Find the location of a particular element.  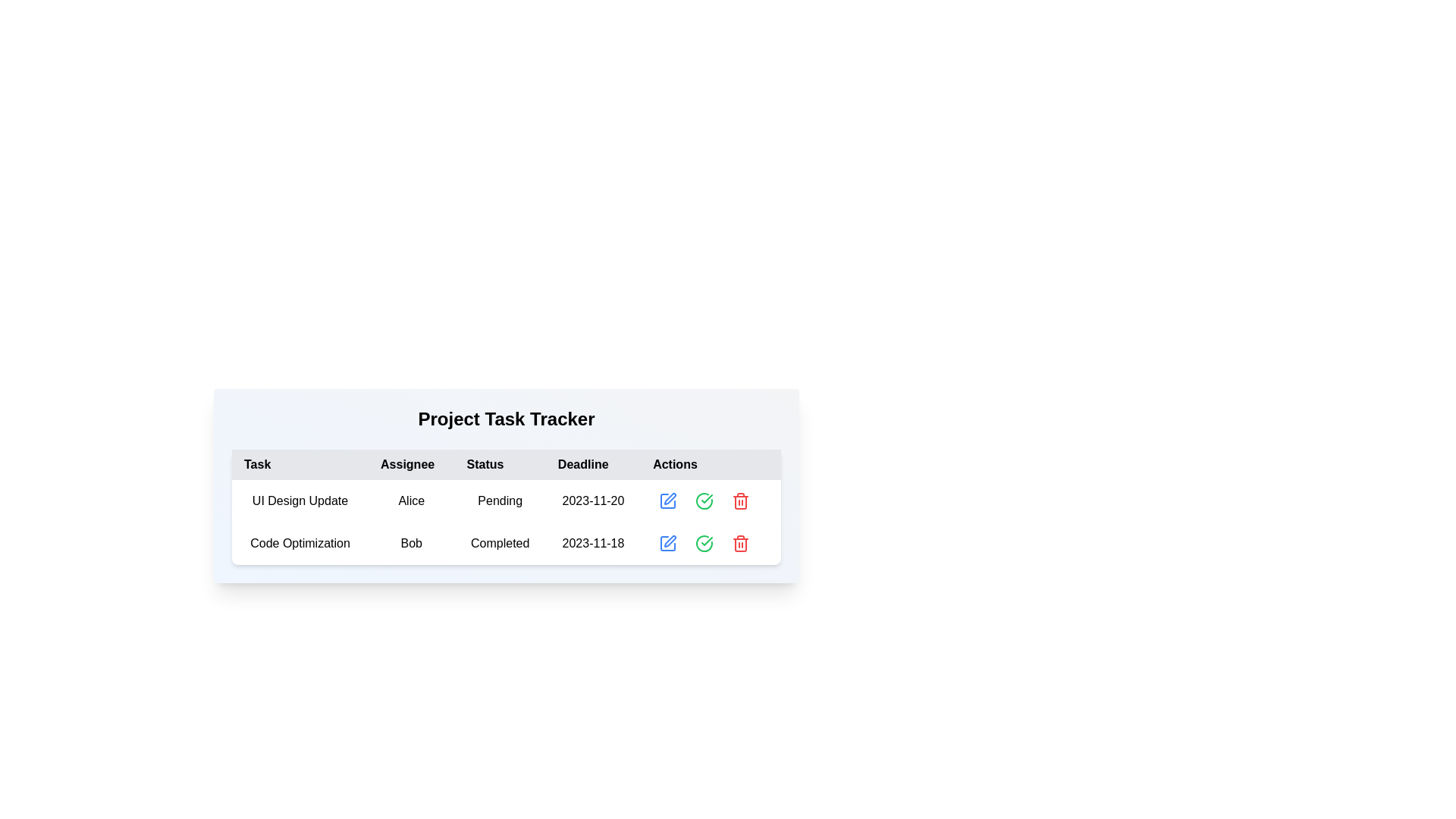

the trash bin icon located in the last column of the second row in the task table is located at coordinates (741, 543).